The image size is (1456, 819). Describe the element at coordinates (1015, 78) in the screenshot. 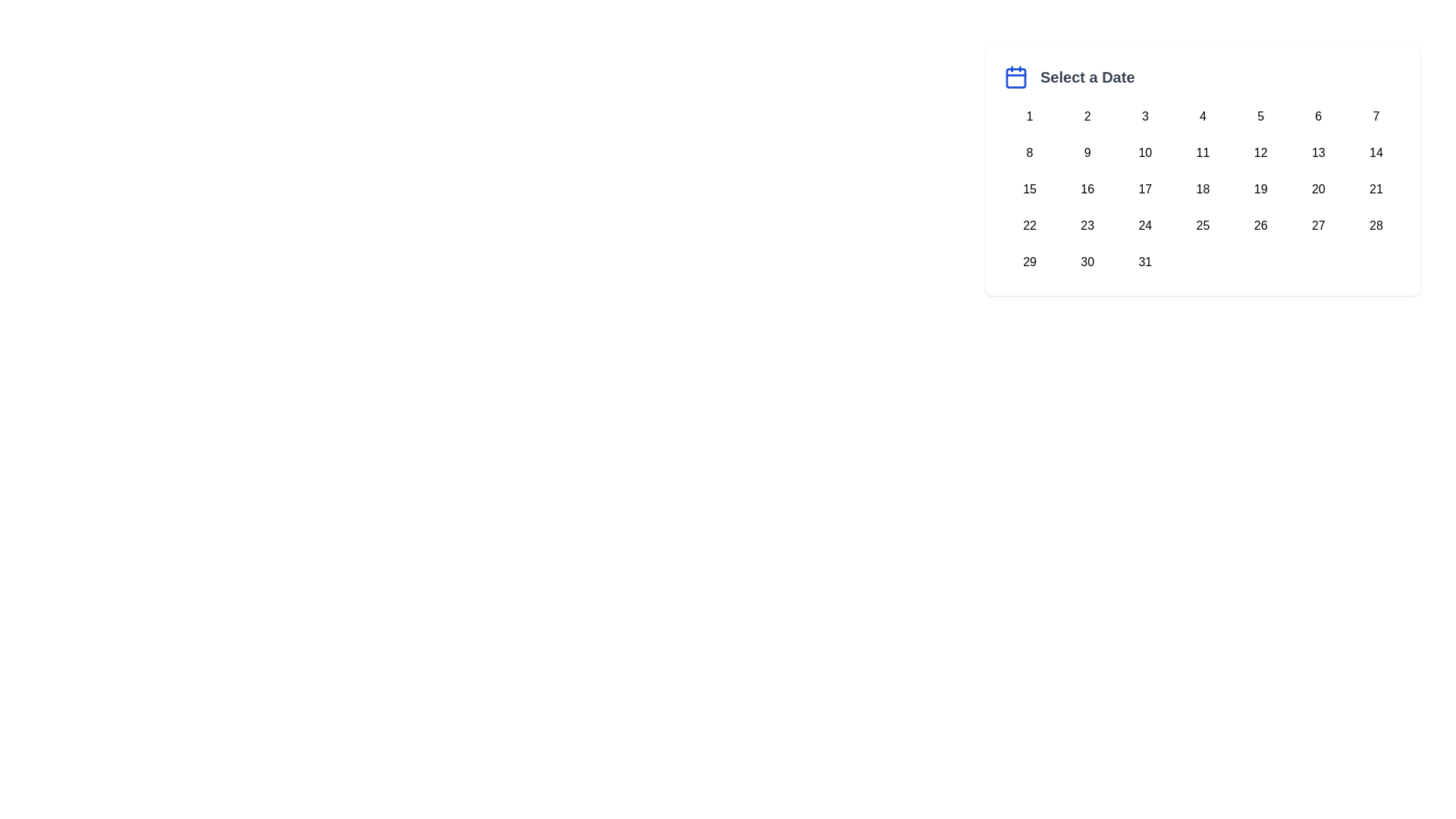

I see `the decorative styled rectangle within the calendar icon located to the left of the 'Select a Date' label in the date picker interface` at that location.